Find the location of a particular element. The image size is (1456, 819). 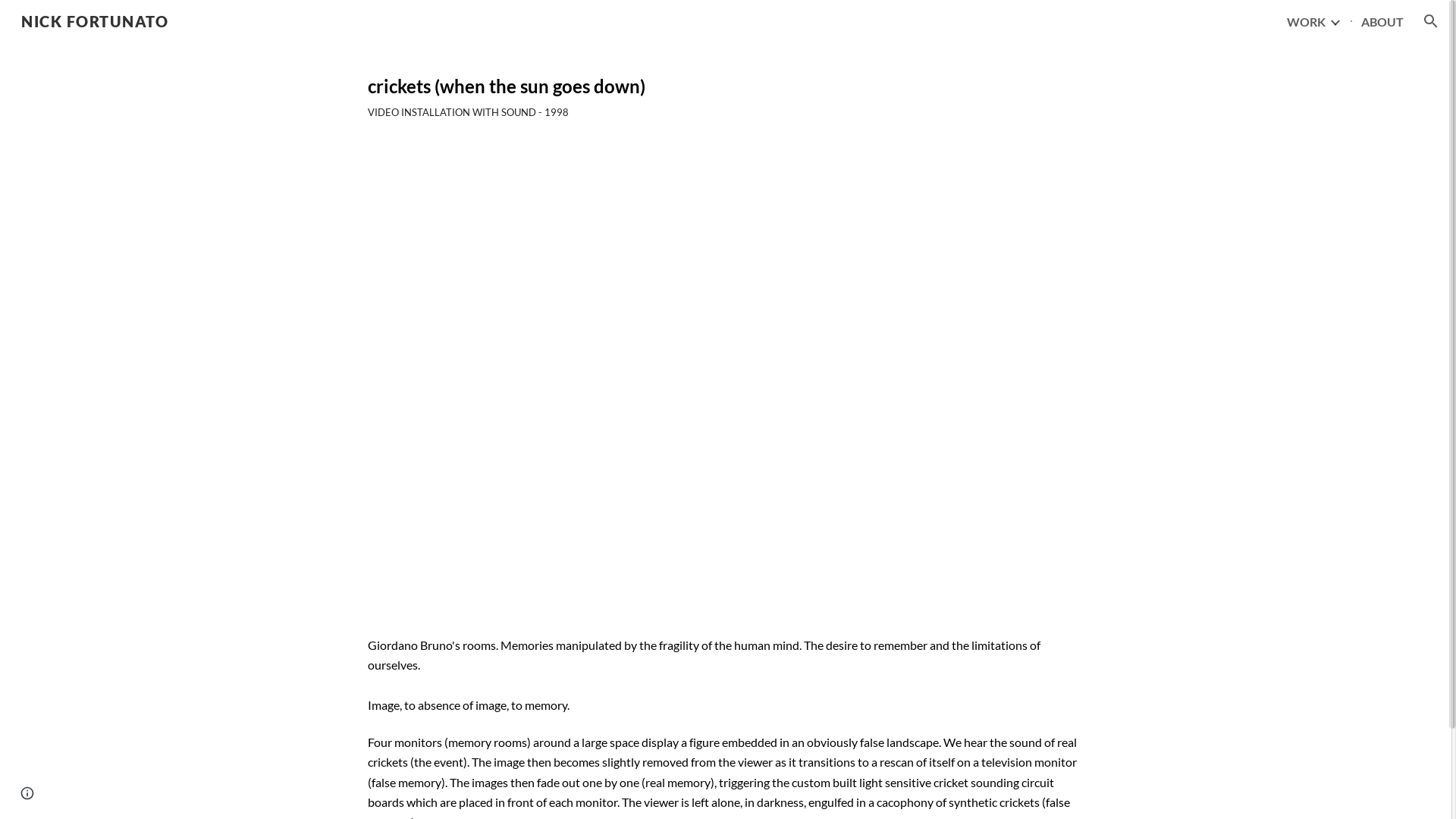

'WORK' is located at coordinates (1305, 20).